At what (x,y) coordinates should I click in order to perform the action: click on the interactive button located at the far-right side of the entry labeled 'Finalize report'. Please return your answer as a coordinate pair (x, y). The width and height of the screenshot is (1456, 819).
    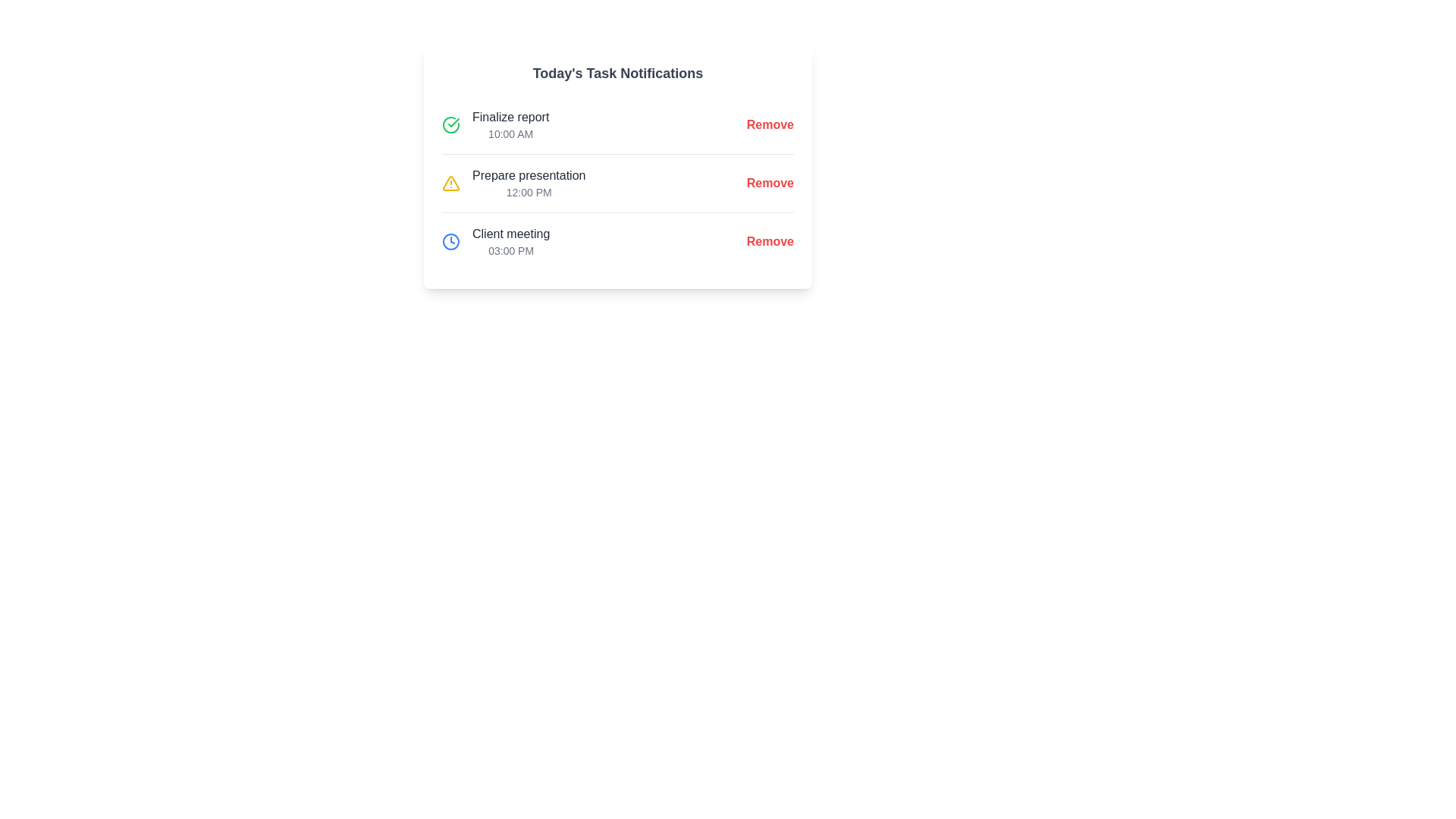
    Looking at the image, I should click on (770, 124).